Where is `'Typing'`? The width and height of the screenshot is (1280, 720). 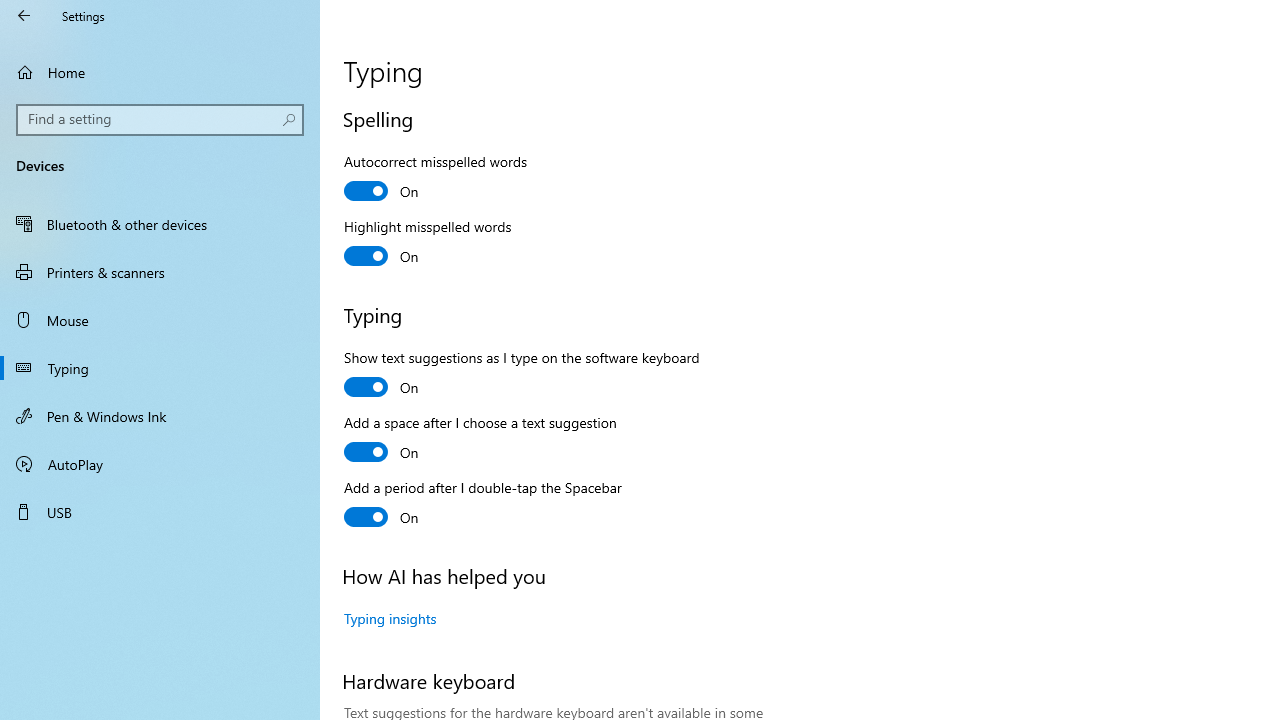 'Typing' is located at coordinates (160, 367).